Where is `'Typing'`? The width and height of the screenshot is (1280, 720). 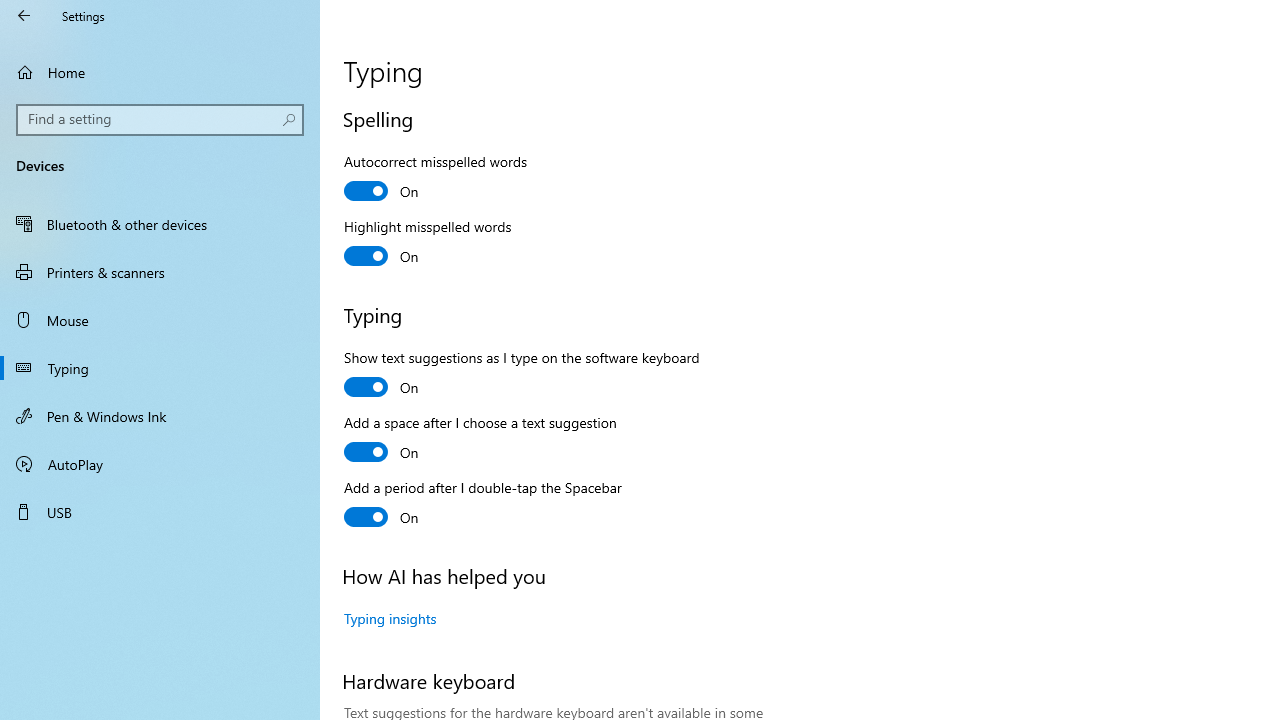 'Typing' is located at coordinates (160, 367).